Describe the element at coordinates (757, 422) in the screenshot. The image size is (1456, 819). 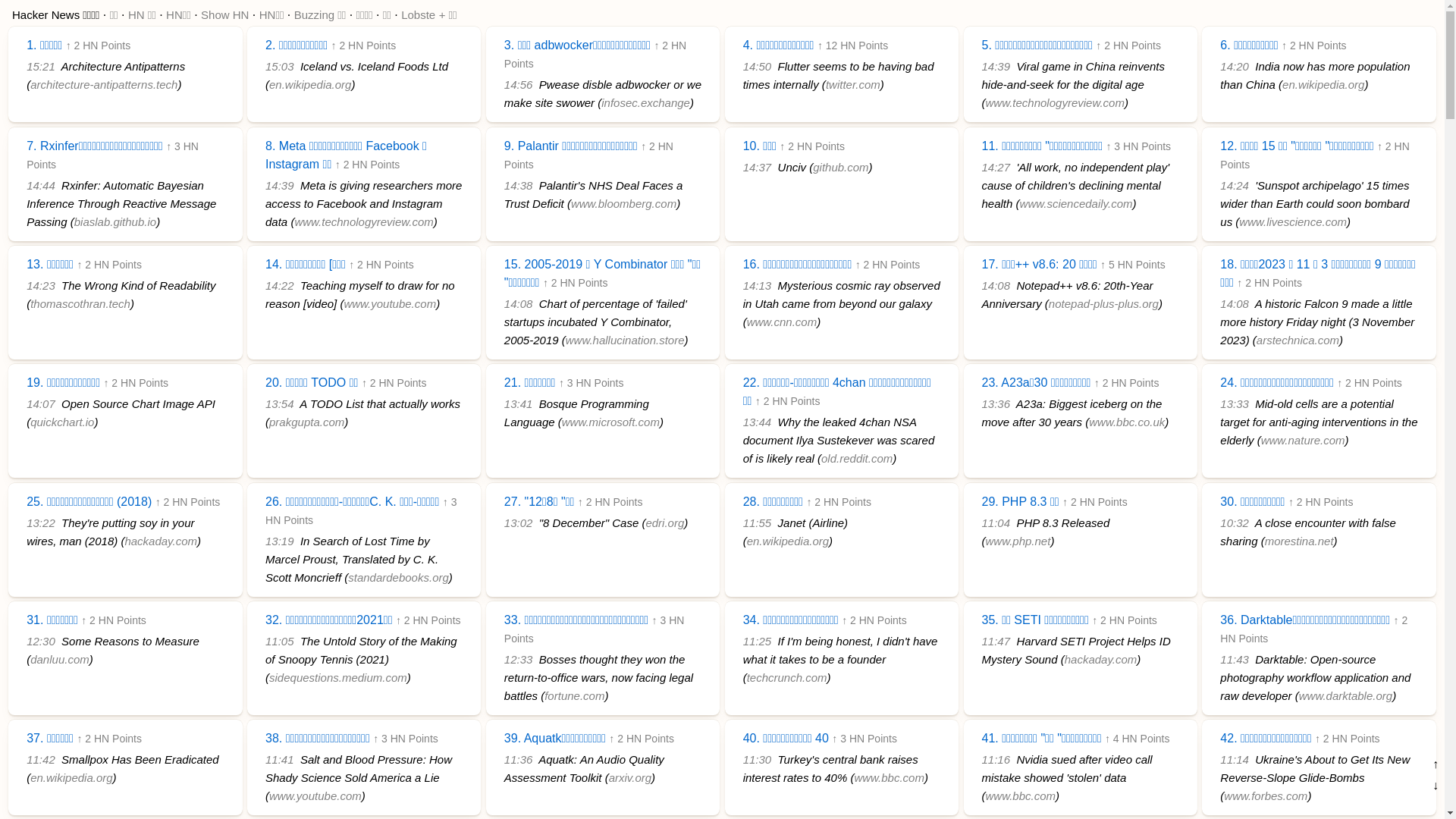
I see `'13:44'` at that location.